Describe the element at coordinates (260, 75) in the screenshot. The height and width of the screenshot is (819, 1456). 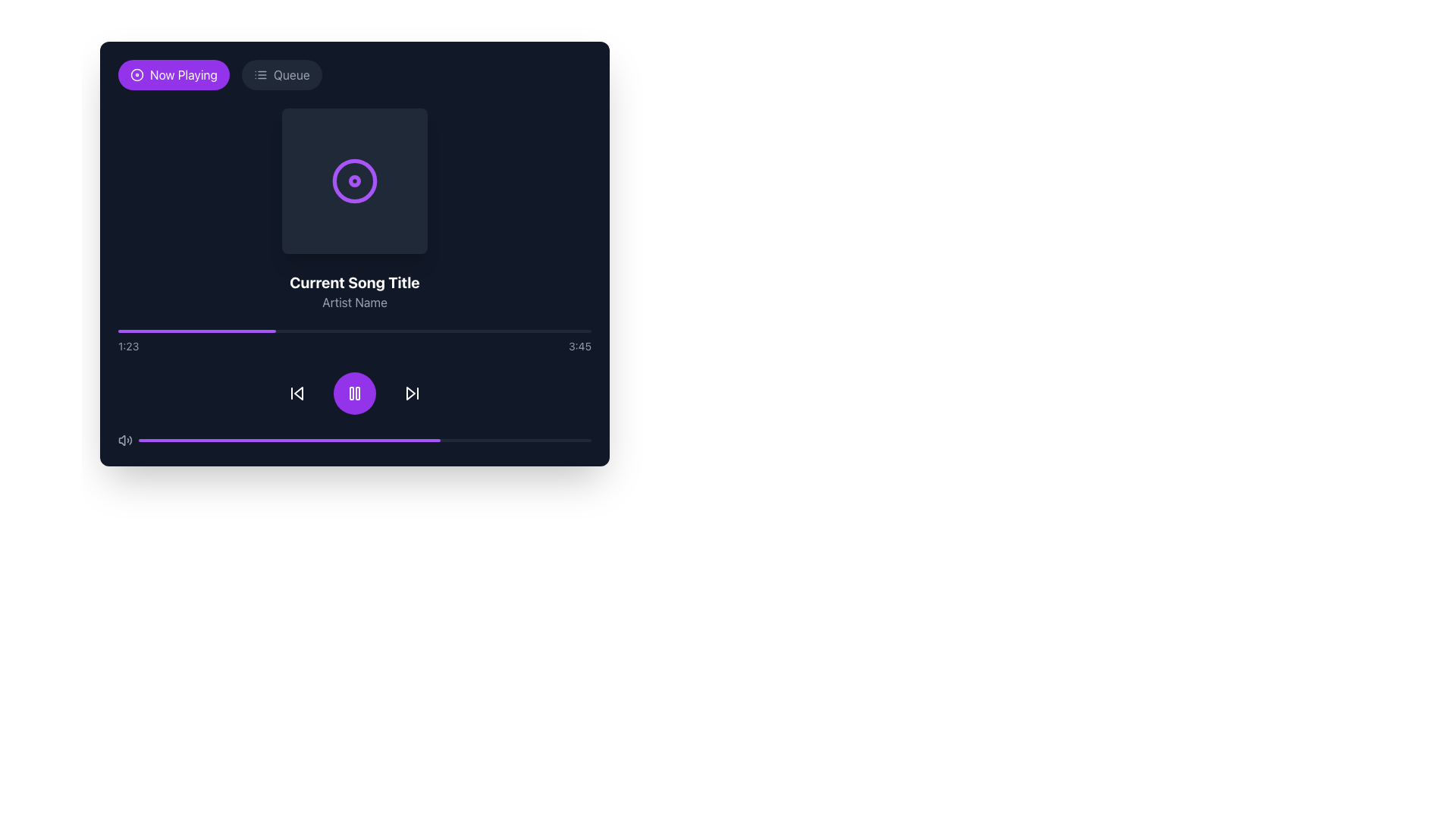
I see `the list icon, which consists of three horizontal lines arranged vertically, located to the left of the 'Queue' button in the top-right corner of the interface` at that location.